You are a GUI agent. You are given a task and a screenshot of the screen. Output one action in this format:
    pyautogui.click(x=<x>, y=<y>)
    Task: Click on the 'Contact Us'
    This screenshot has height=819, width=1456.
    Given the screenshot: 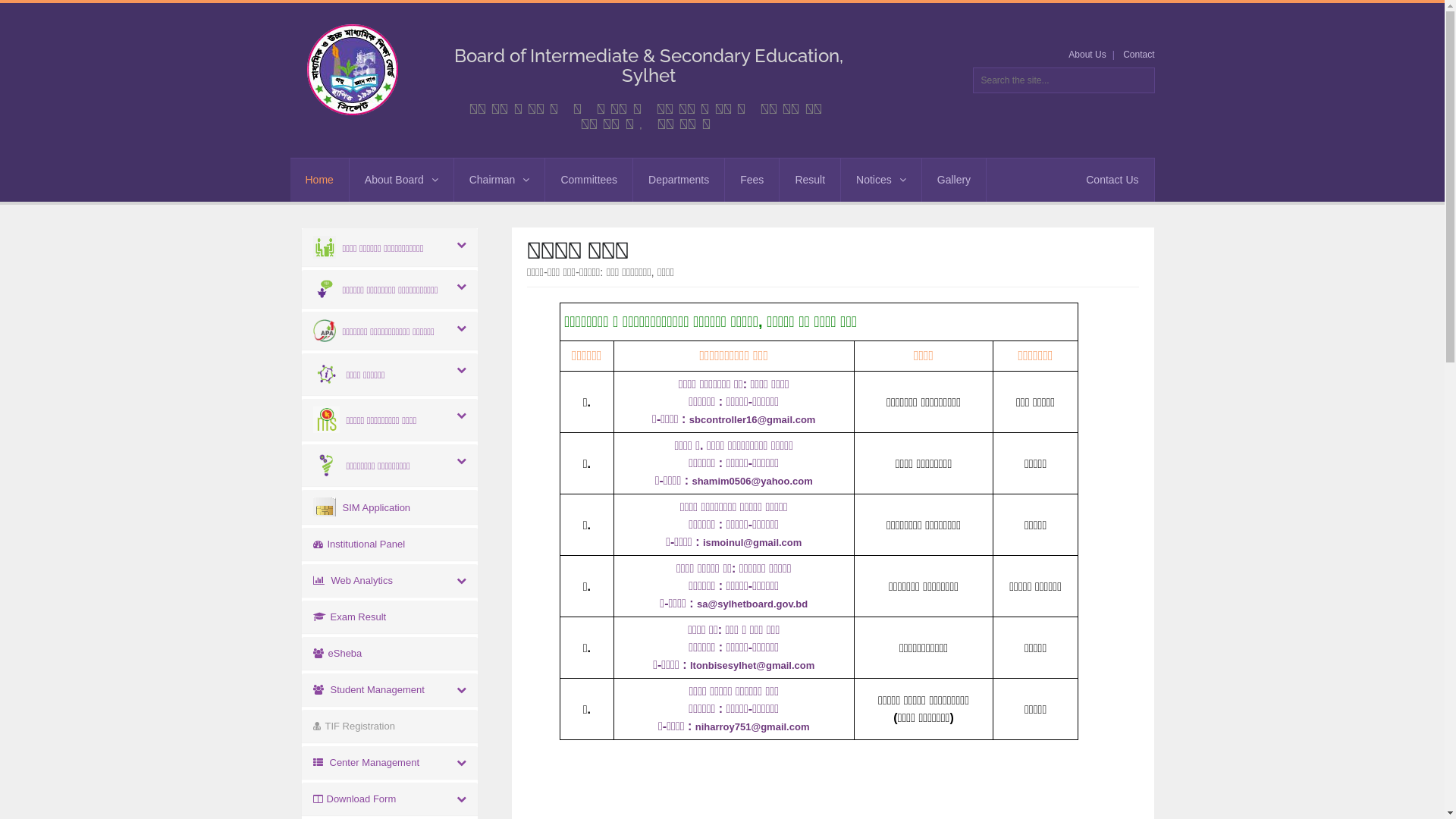 What is the action you would take?
    pyautogui.click(x=1112, y=179)
    